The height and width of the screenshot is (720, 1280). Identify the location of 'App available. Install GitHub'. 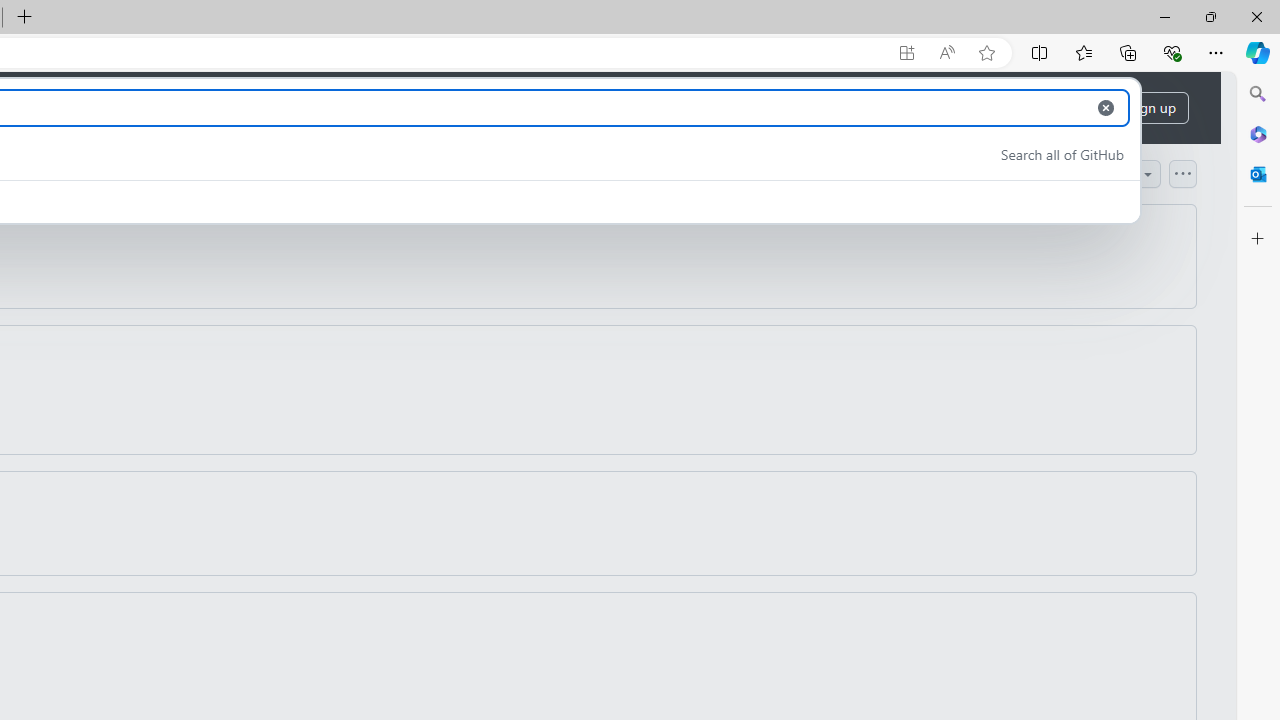
(905, 52).